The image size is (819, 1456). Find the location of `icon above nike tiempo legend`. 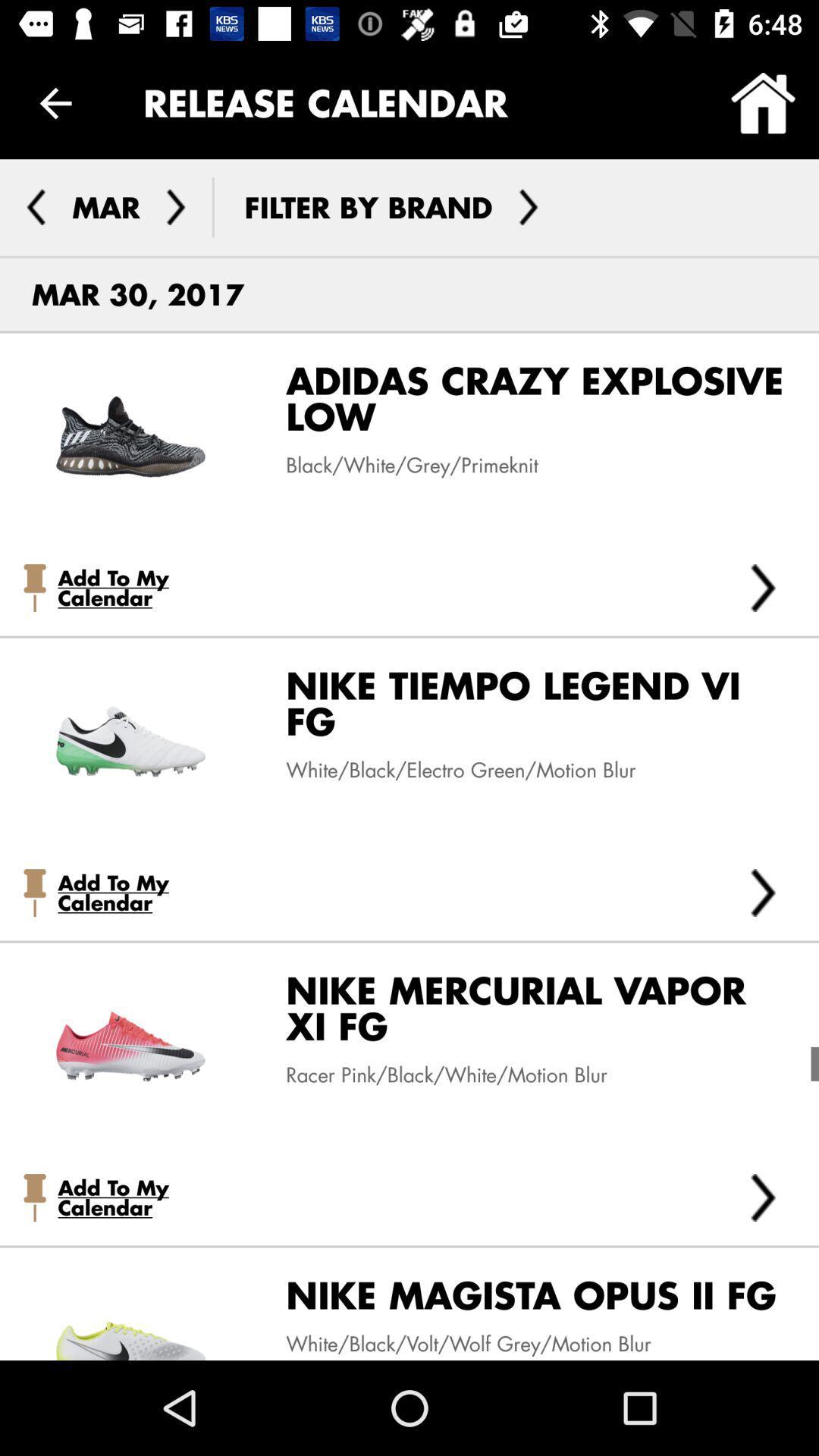

icon above nike tiempo legend is located at coordinates (763, 587).